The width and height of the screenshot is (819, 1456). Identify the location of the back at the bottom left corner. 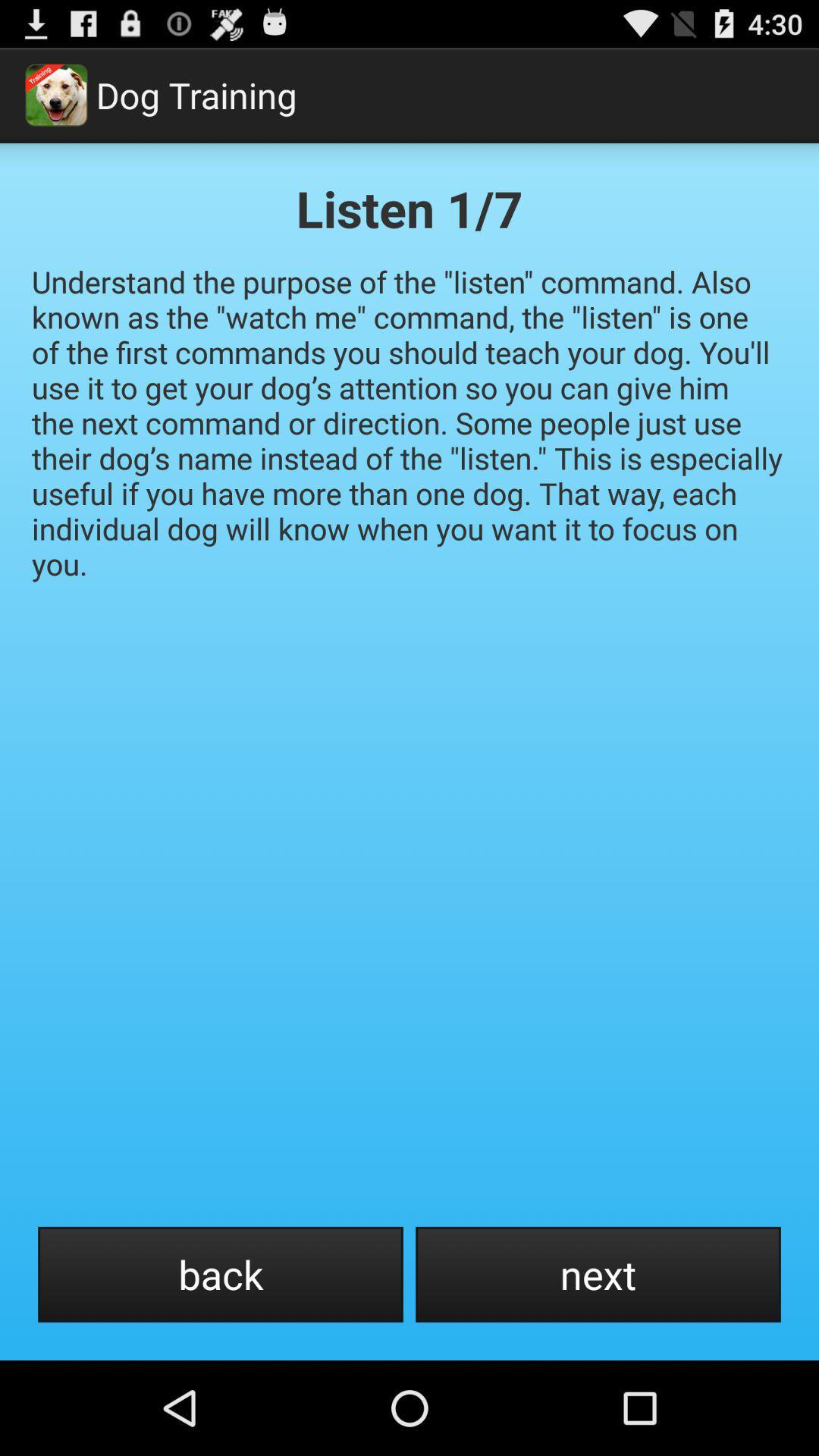
(220, 1274).